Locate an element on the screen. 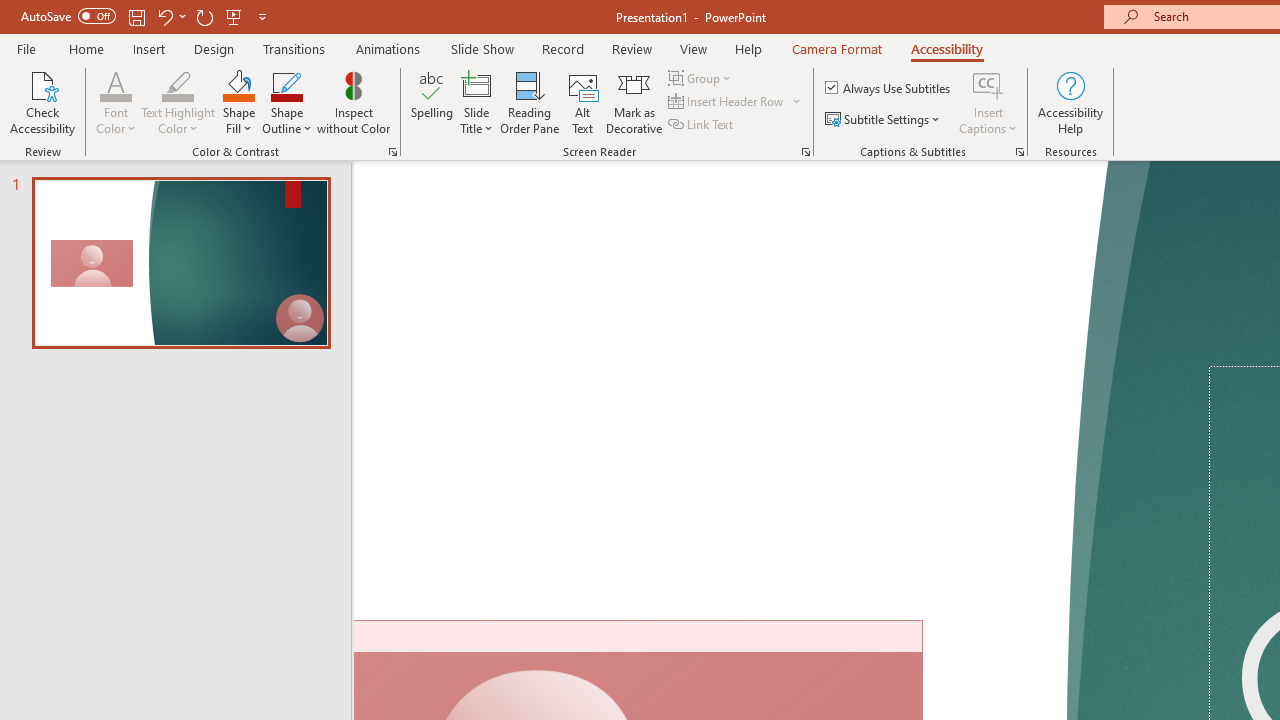 The width and height of the screenshot is (1280, 720). 'Mark as Decorative' is located at coordinates (633, 103).